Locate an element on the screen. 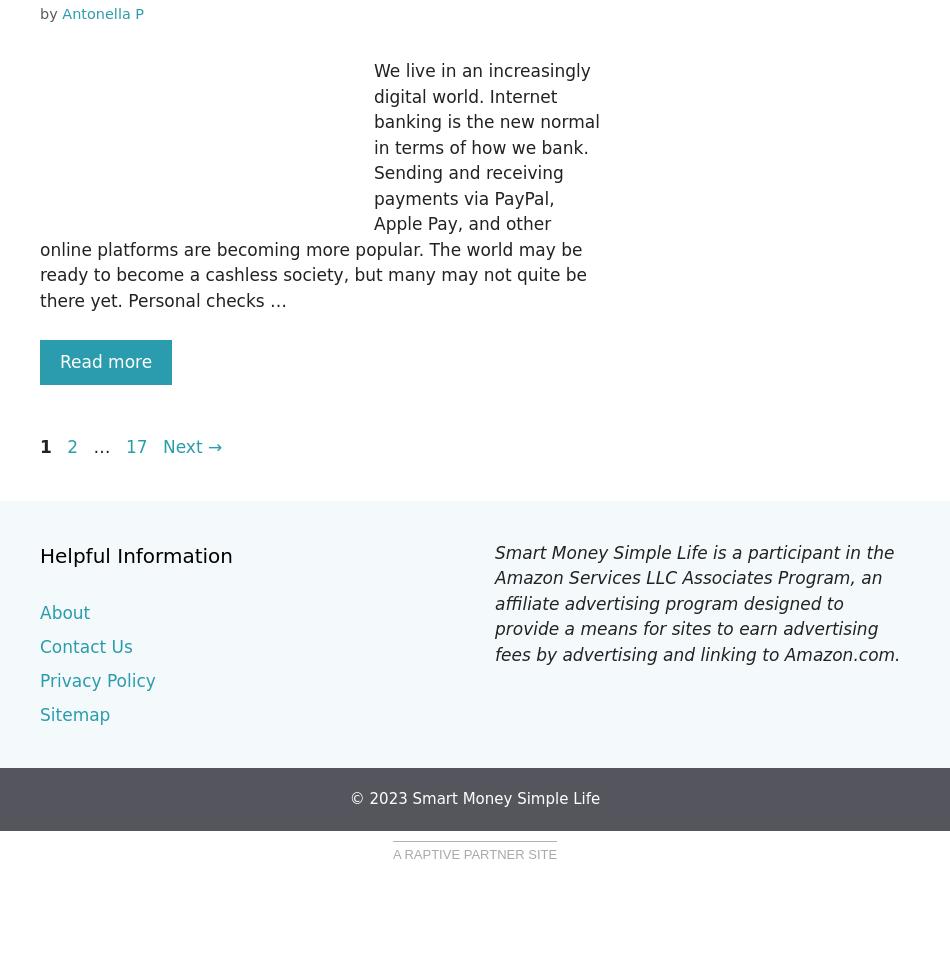  'Smart Money Simple Life is a participant in the Amazon Services LLC Associates Program, an affiliate advertising program designed to provide a means for sites to earn advertising fees by advertising and linking to Amazon.com.' is located at coordinates (697, 602).